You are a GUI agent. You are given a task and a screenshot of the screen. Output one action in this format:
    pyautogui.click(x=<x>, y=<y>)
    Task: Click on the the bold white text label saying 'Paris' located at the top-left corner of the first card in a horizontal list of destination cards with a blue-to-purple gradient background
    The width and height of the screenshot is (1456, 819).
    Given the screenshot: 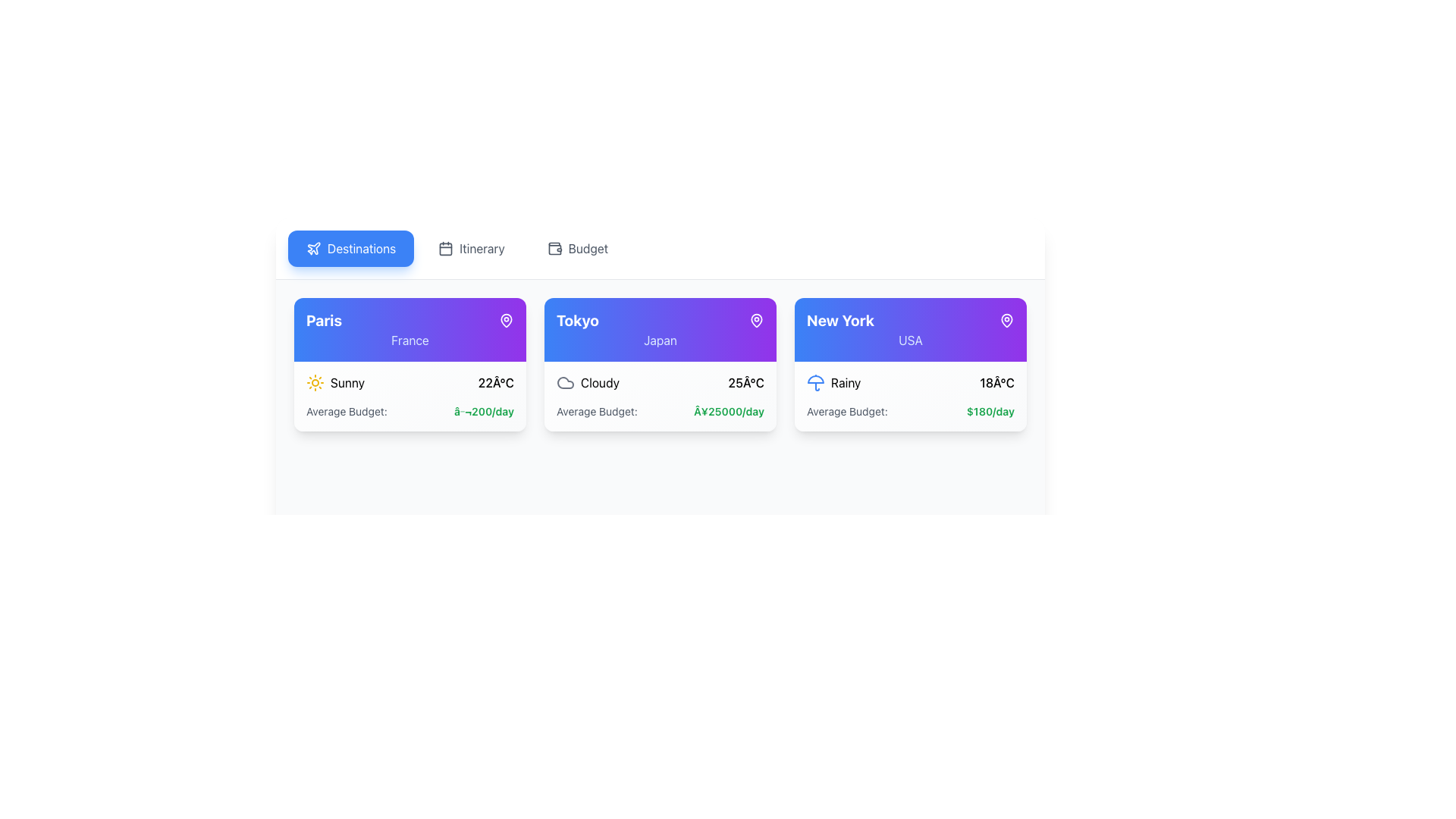 What is the action you would take?
    pyautogui.click(x=323, y=320)
    